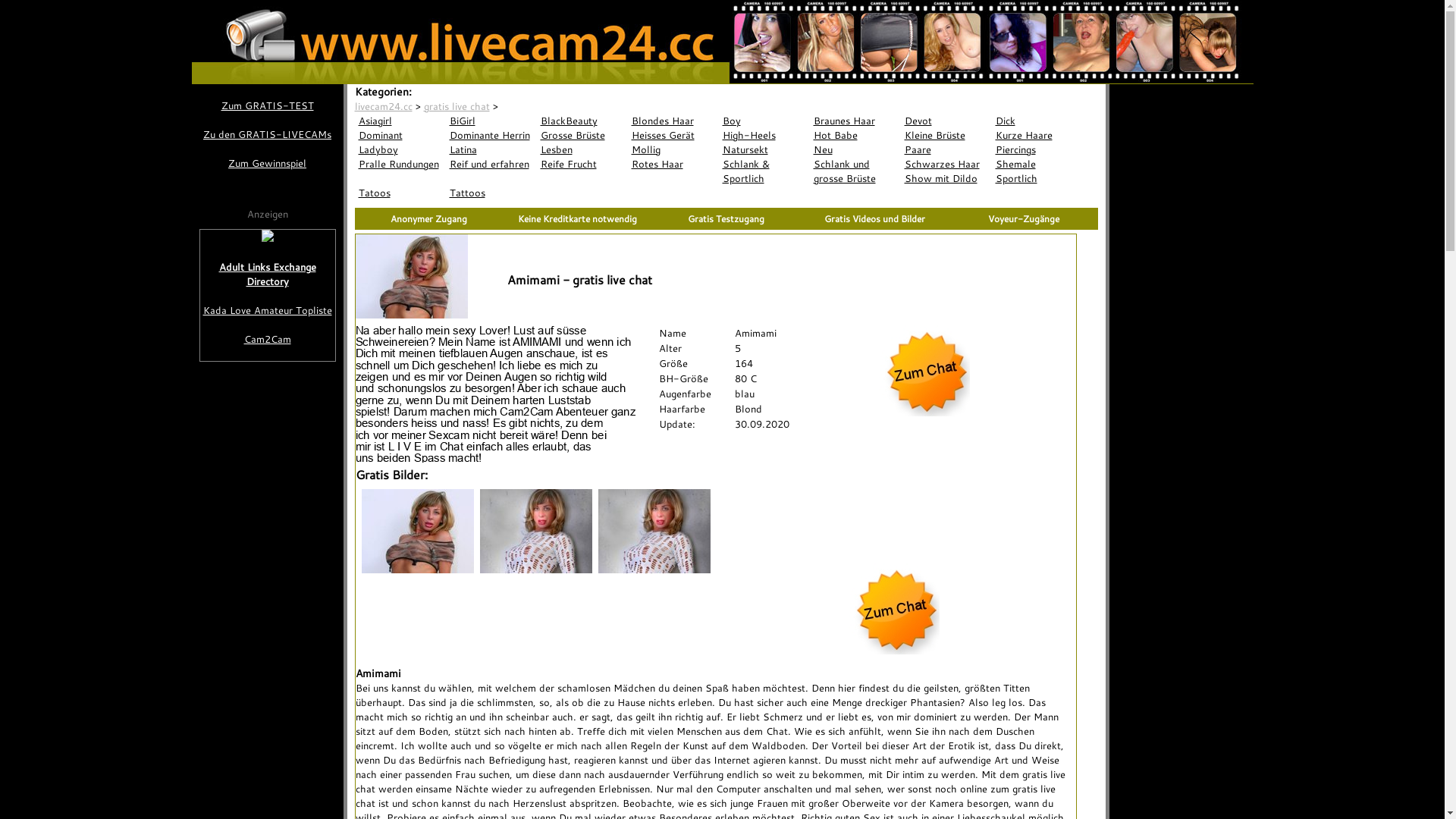 The height and width of the screenshot is (819, 1456). Describe the element at coordinates (268, 309) in the screenshot. I see `'Kada Love Amateur Topliste'` at that location.